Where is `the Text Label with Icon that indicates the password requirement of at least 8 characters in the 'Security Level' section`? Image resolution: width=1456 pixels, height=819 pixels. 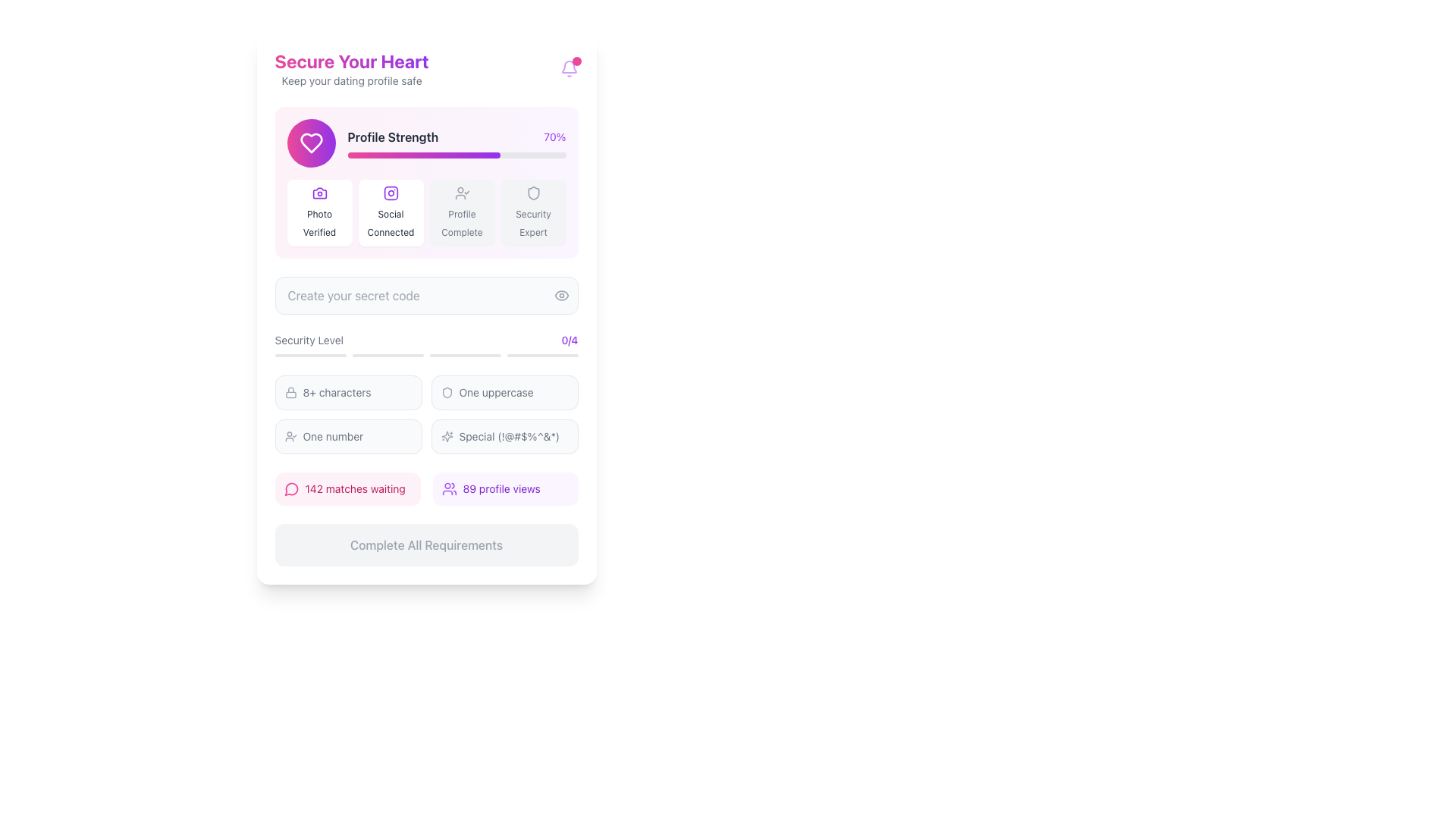
the Text Label with Icon that indicates the password requirement of at least 8 characters in the 'Security Level' section is located at coordinates (347, 391).